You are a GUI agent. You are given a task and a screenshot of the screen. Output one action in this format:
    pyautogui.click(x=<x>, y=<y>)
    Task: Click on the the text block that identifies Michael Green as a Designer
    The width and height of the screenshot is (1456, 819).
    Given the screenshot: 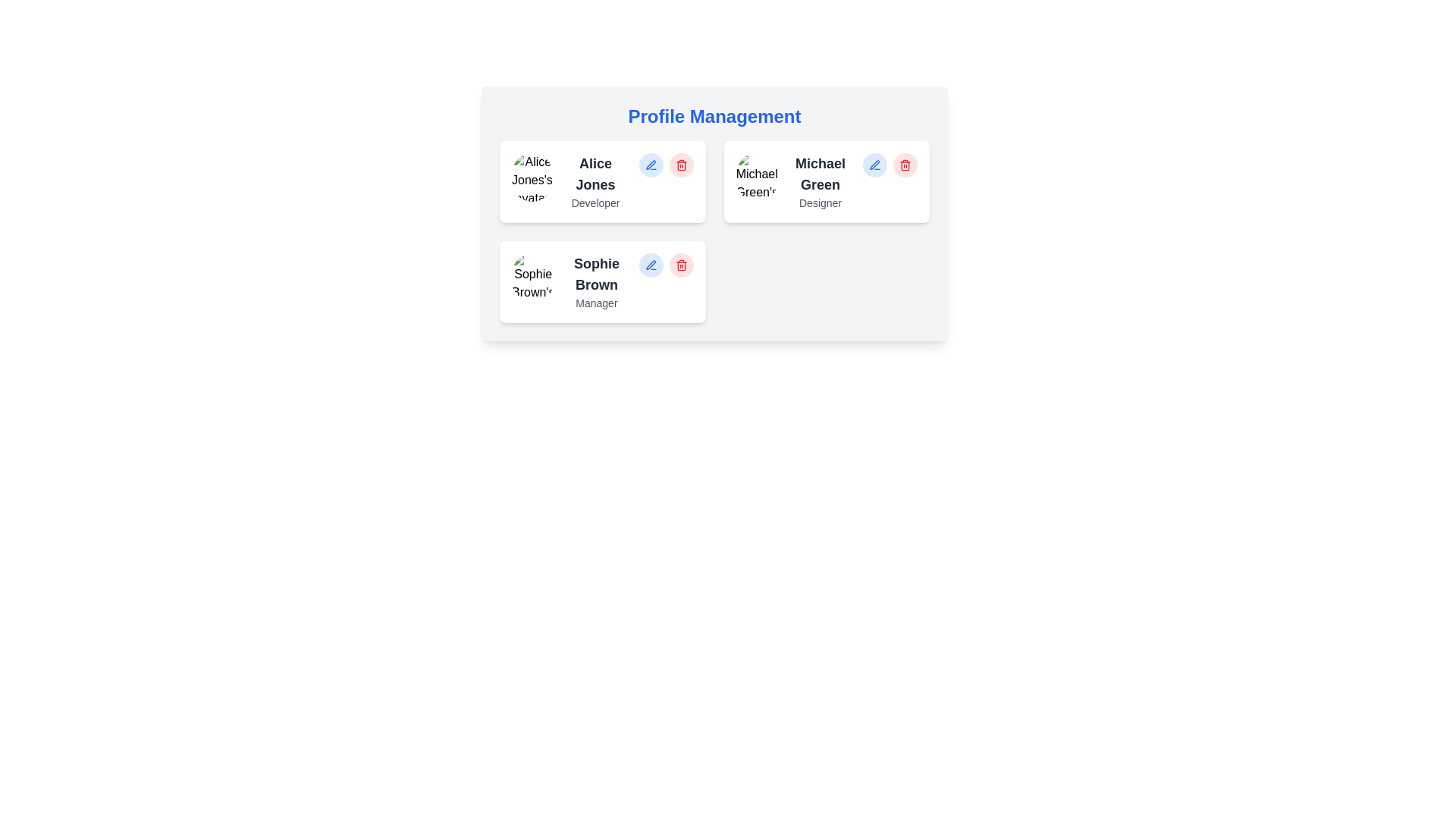 What is the action you would take?
    pyautogui.click(x=820, y=180)
    